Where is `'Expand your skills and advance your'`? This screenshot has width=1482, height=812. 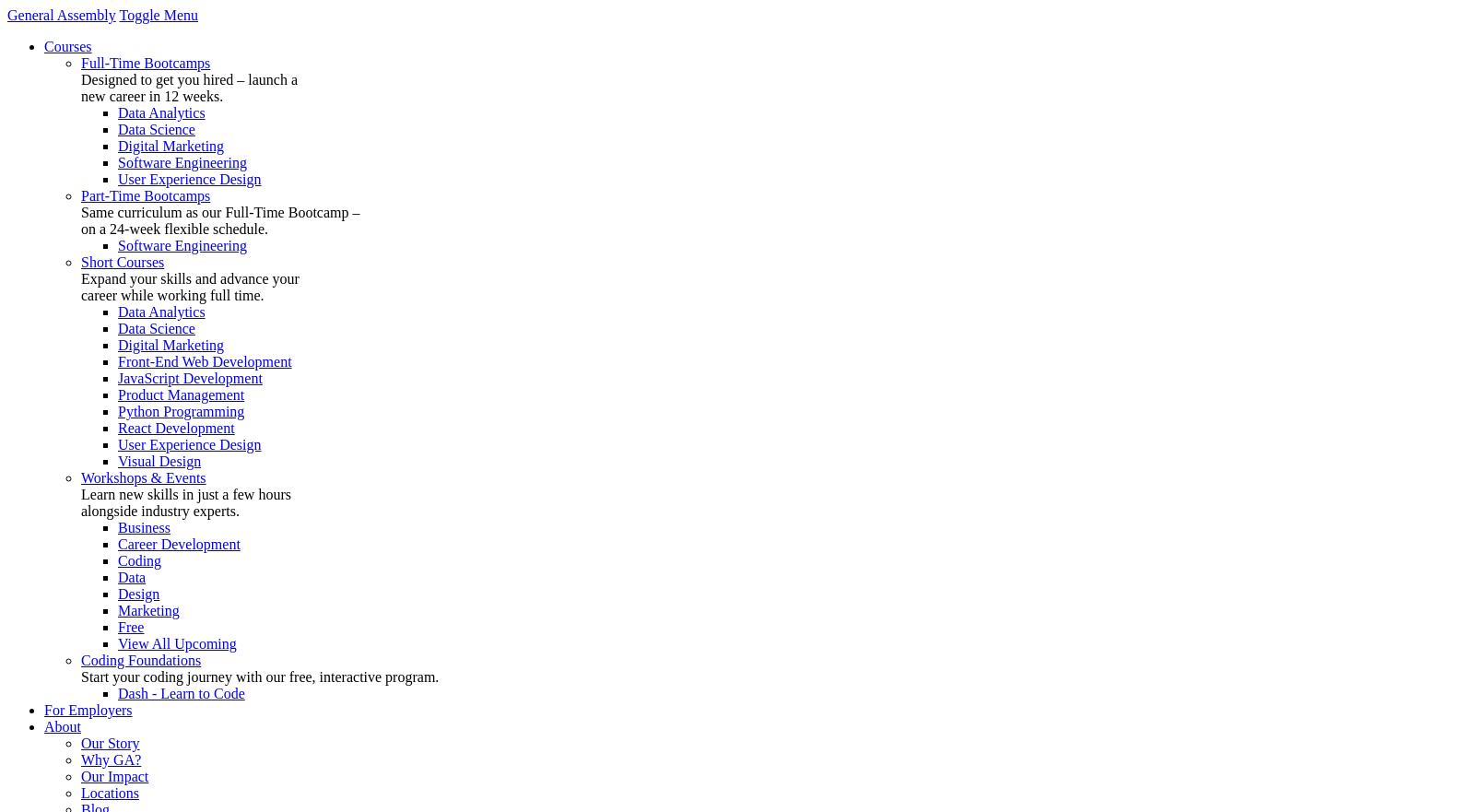 'Expand your skills and advance your' is located at coordinates (189, 277).